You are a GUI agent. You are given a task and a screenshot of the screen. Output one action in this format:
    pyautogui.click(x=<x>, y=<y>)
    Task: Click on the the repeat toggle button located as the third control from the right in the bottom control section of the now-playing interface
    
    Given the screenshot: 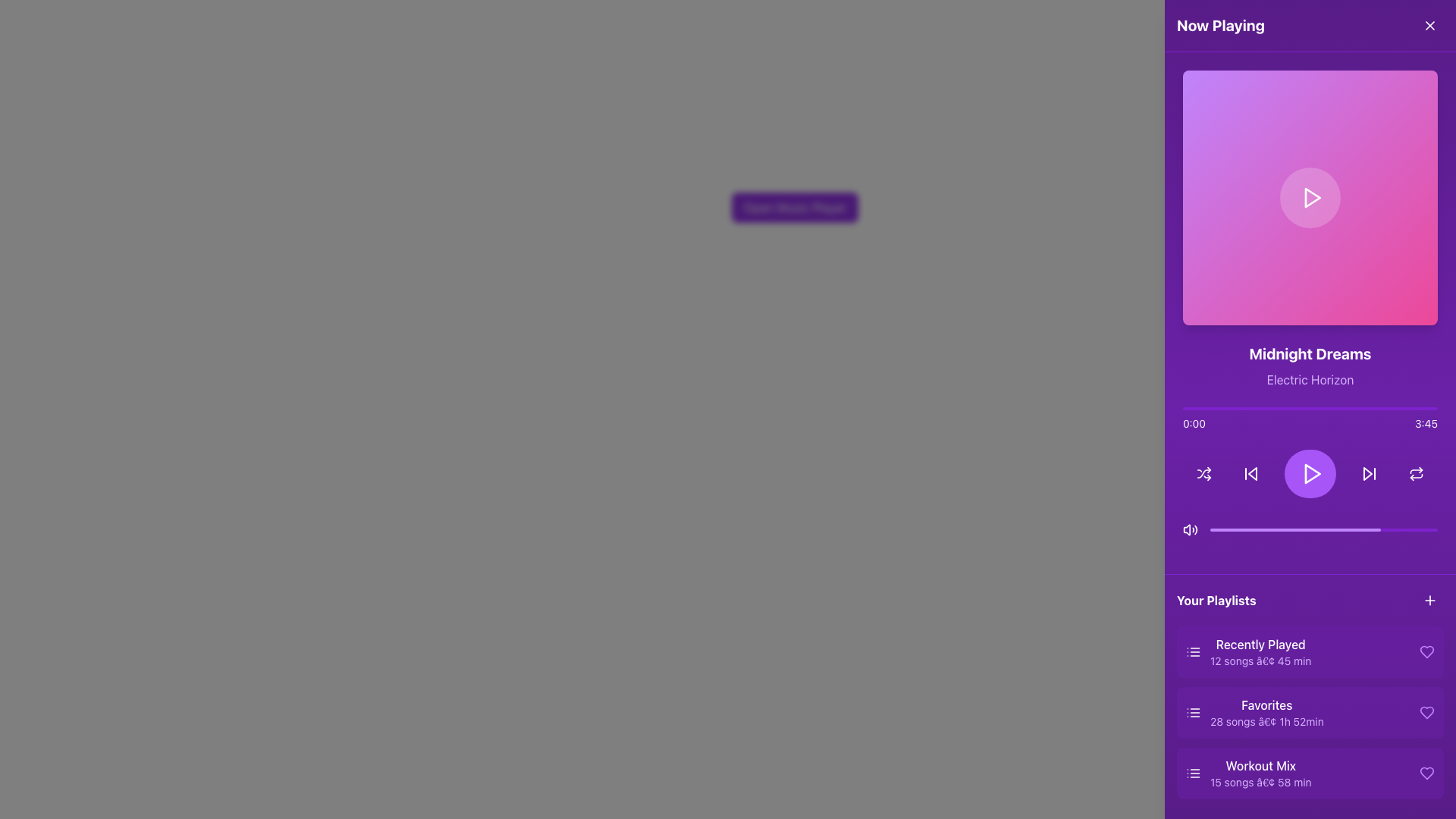 What is the action you would take?
    pyautogui.click(x=1415, y=472)
    